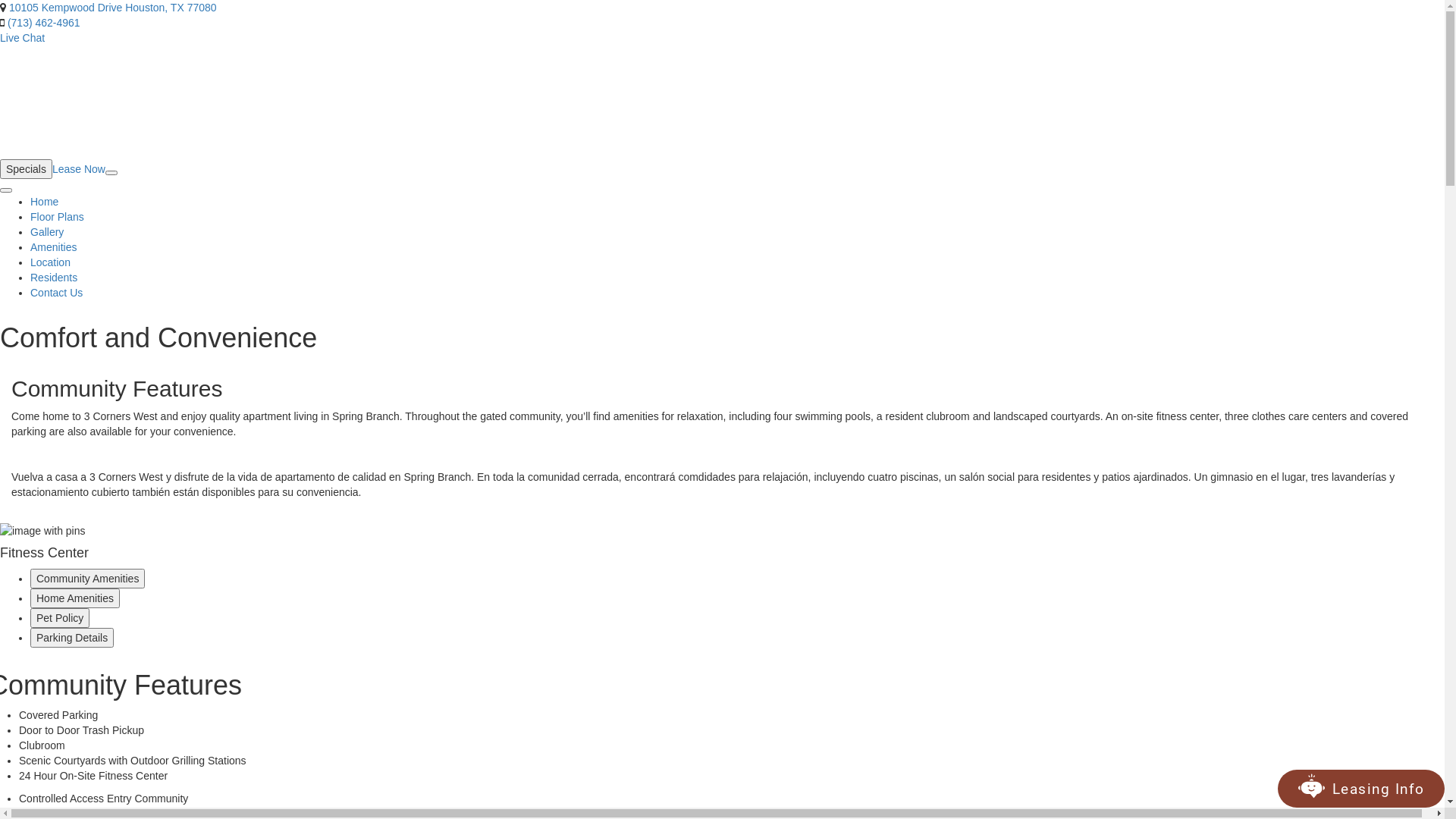  I want to click on 'Home', so click(44, 201).